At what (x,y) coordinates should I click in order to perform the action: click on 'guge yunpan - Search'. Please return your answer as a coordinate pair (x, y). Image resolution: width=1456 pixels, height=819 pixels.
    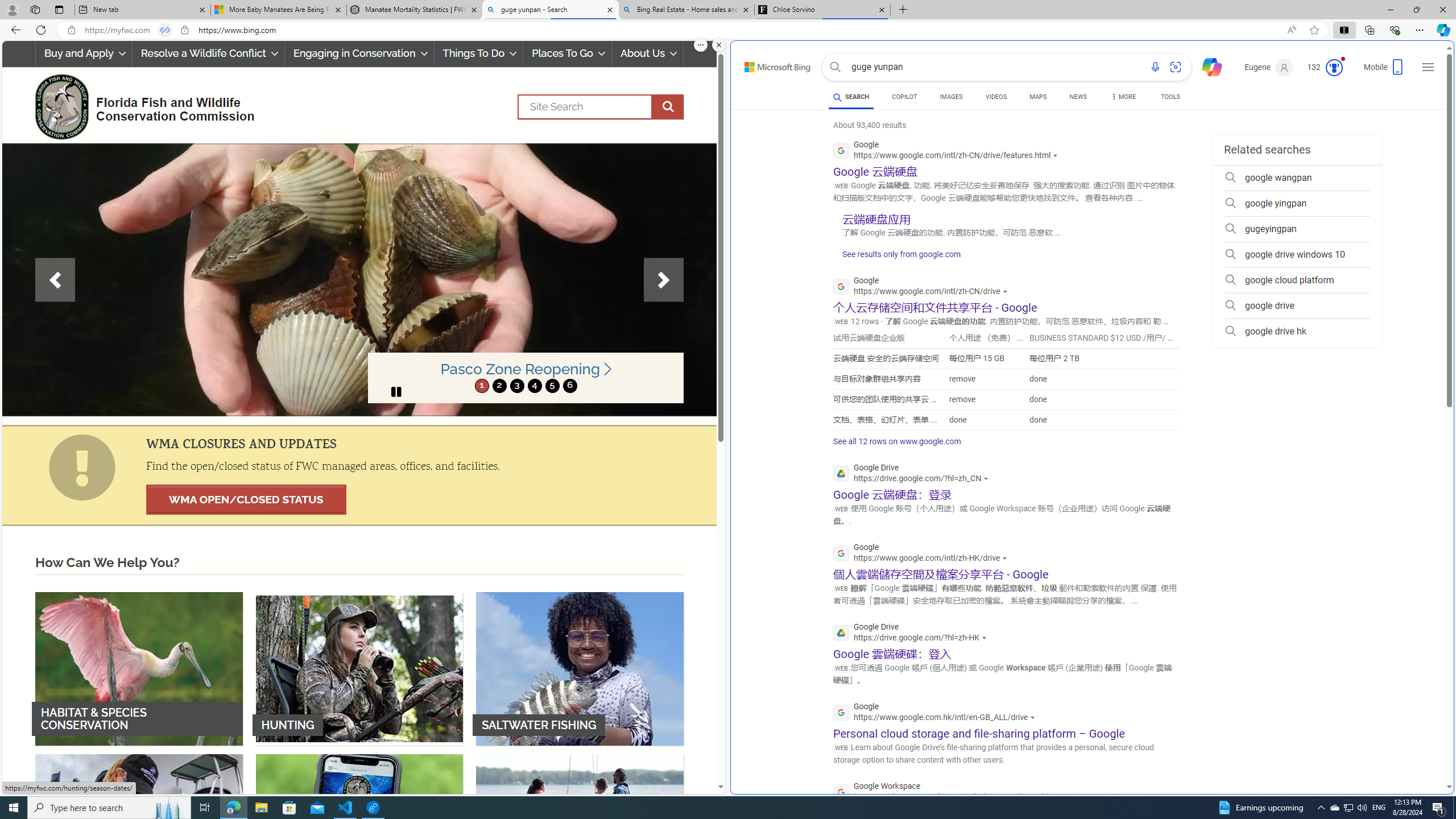
    Looking at the image, I should click on (549, 9).